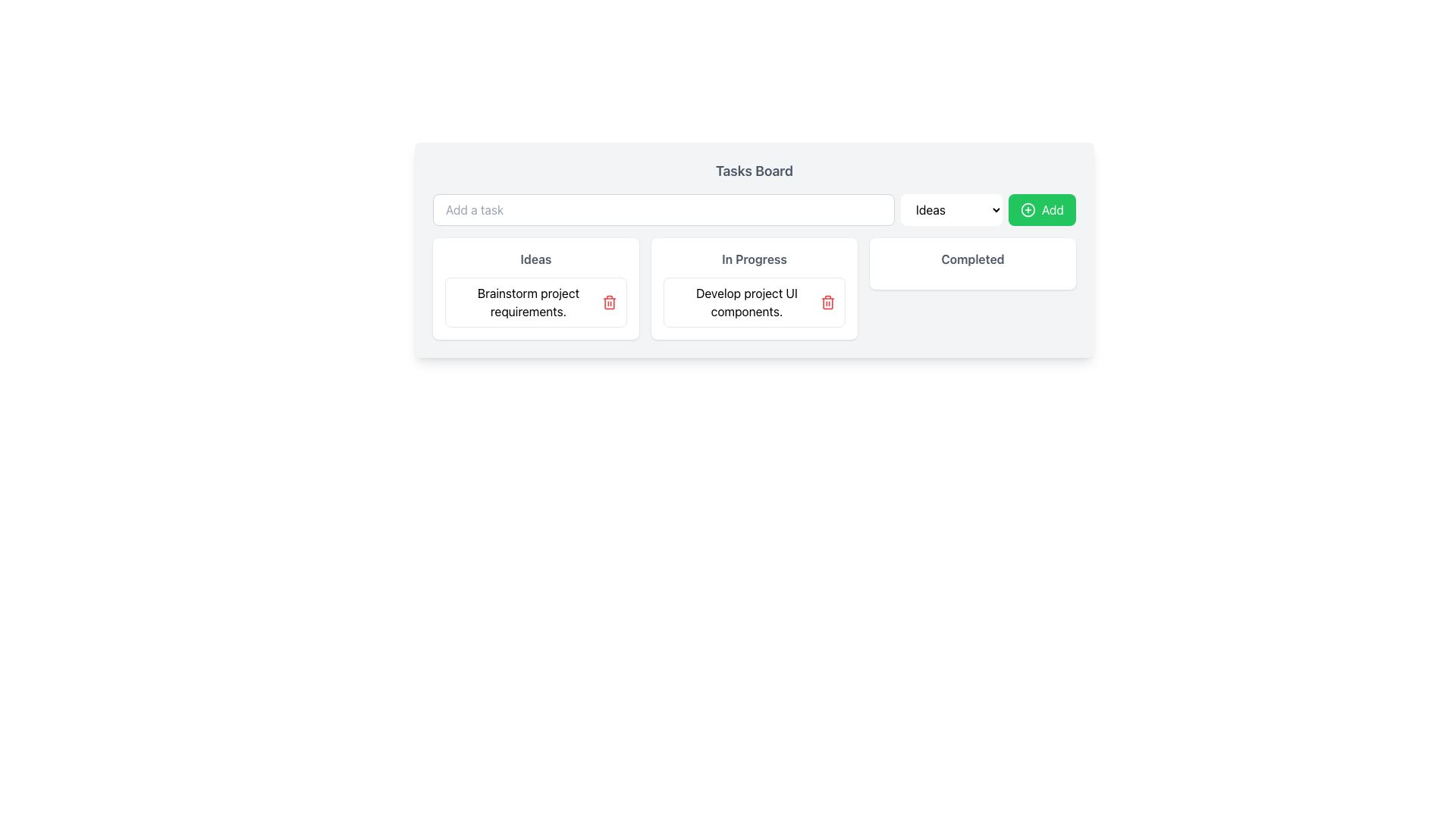 This screenshot has width=1456, height=819. Describe the element at coordinates (535, 259) in the screenshot. I see `the heading text element located at the upper section of a white rectangular box with rounded corners, which categorizes the contents of the card it is part of` at that location.